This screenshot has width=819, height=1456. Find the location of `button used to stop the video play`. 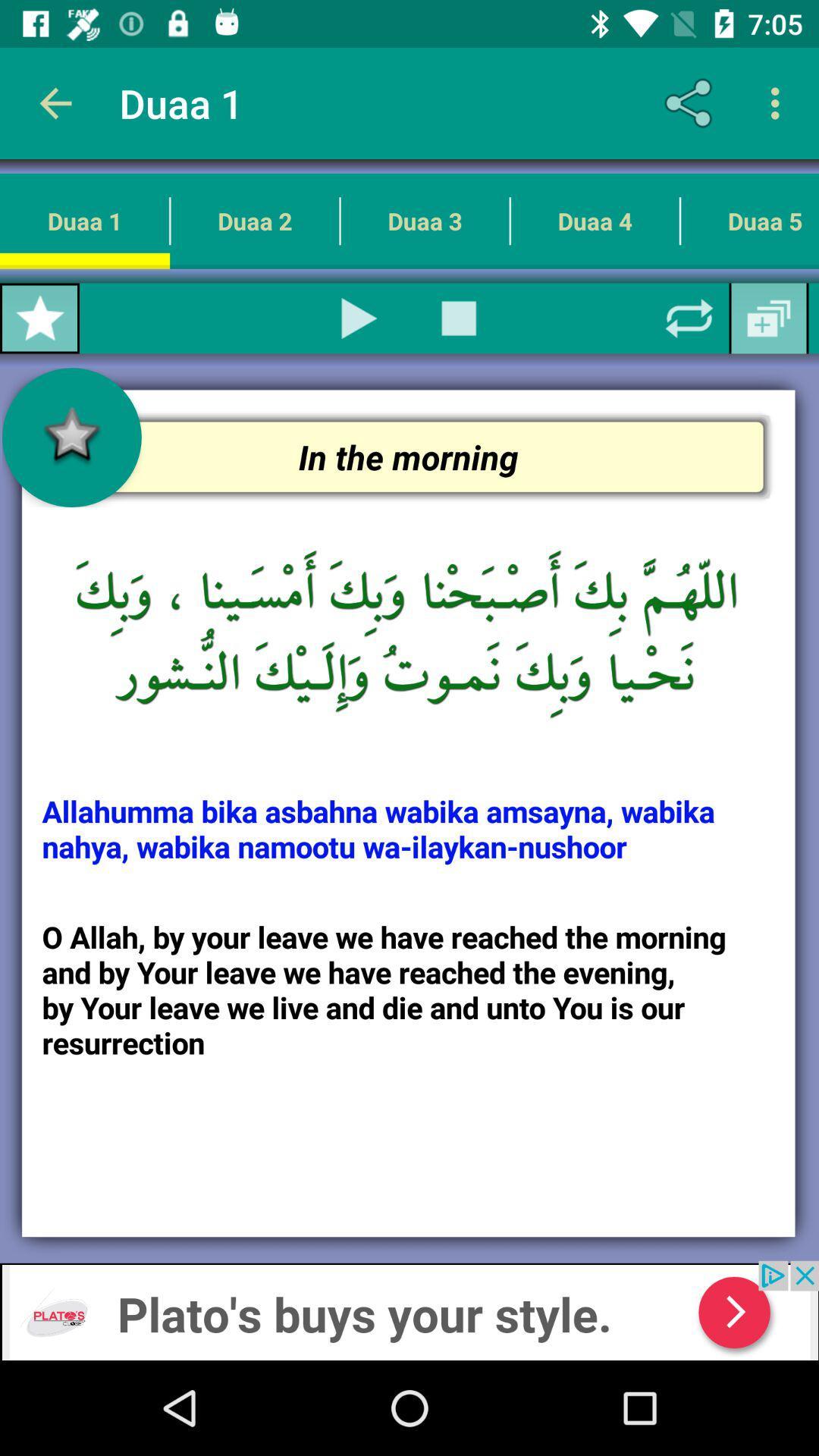

button used to stop the video play is located at coordinates (458, 318).